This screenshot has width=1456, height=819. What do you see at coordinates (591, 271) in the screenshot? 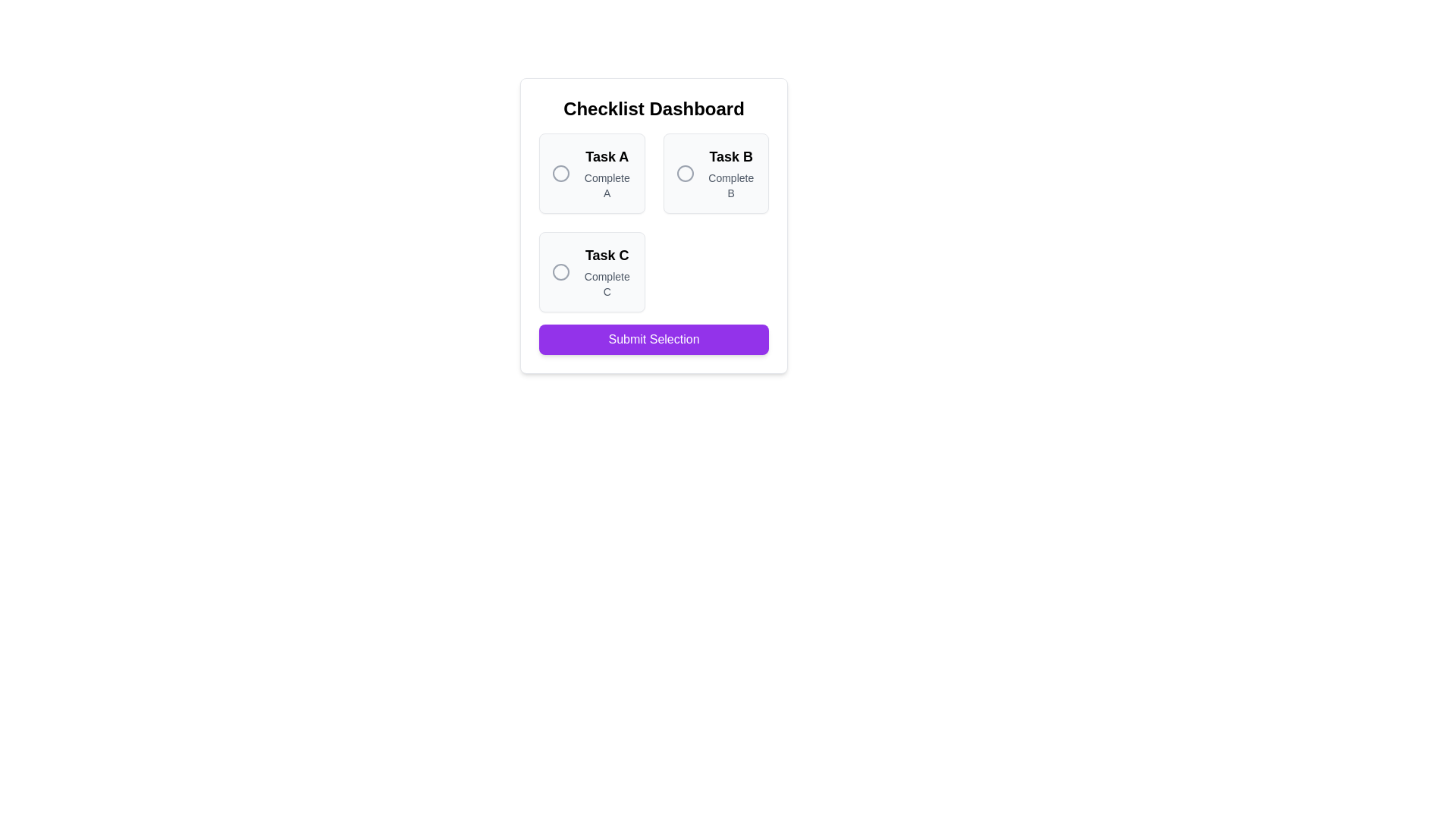
I see `the radio button corresponding to 'Task C'` at bounding box center [591, 271].